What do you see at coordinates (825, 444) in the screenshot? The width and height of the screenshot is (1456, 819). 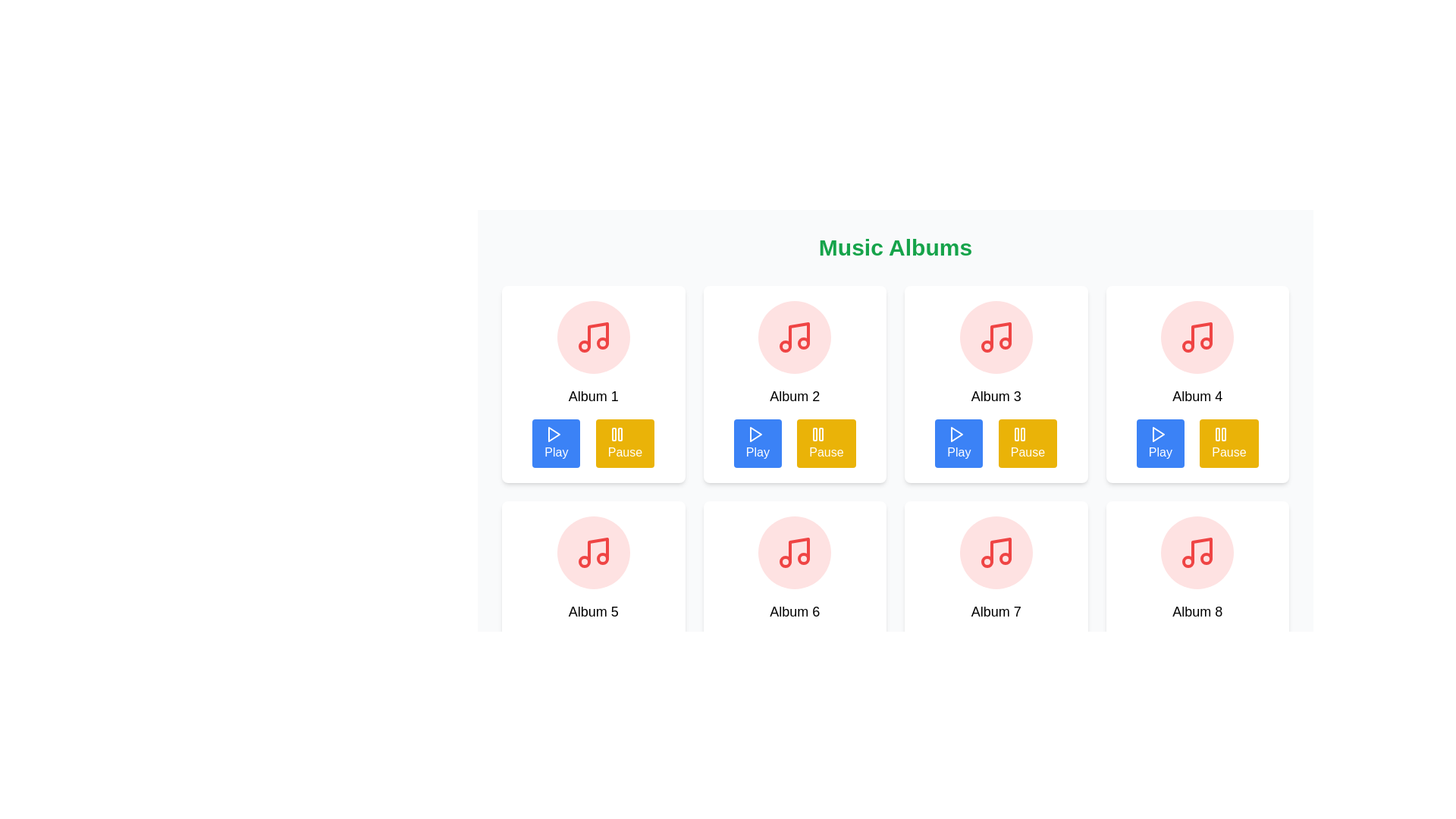 I see `the pause button located in the second column of the grid layout for Album 2 to halt ongoing music playback` at bounding box center [825, 444].